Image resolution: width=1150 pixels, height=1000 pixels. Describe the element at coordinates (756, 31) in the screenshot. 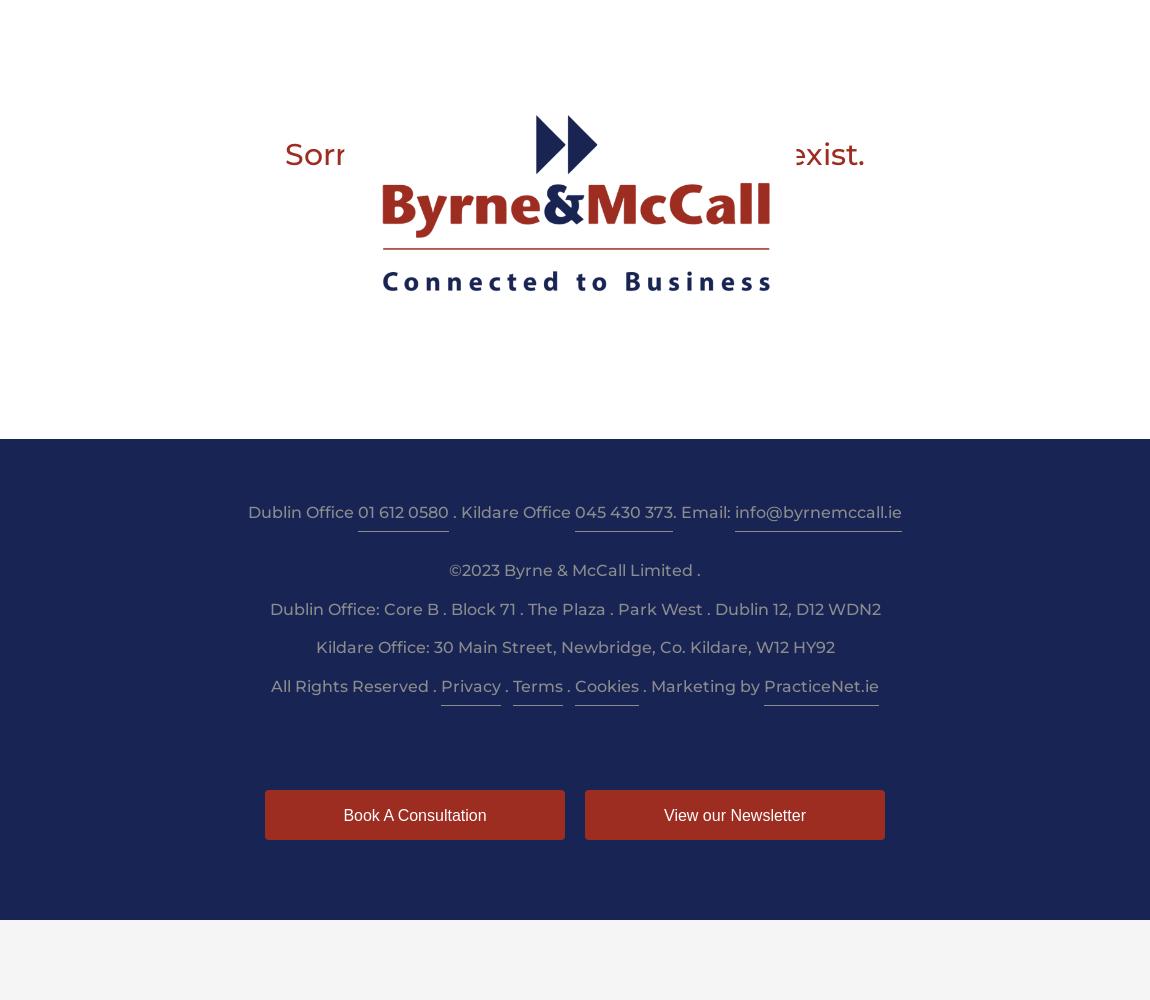

I see `'Budget'` at that location.